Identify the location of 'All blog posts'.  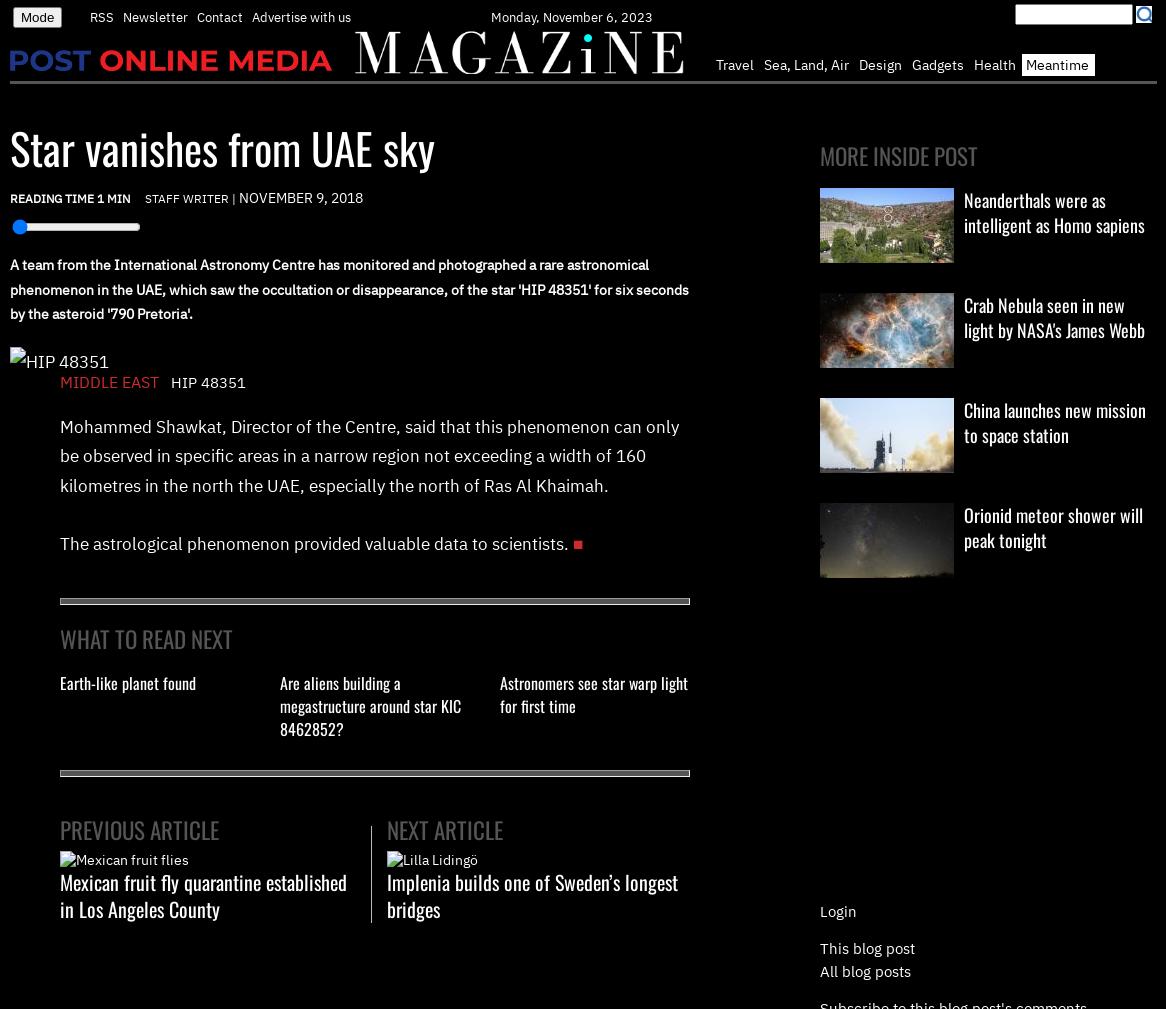
(820, 970).